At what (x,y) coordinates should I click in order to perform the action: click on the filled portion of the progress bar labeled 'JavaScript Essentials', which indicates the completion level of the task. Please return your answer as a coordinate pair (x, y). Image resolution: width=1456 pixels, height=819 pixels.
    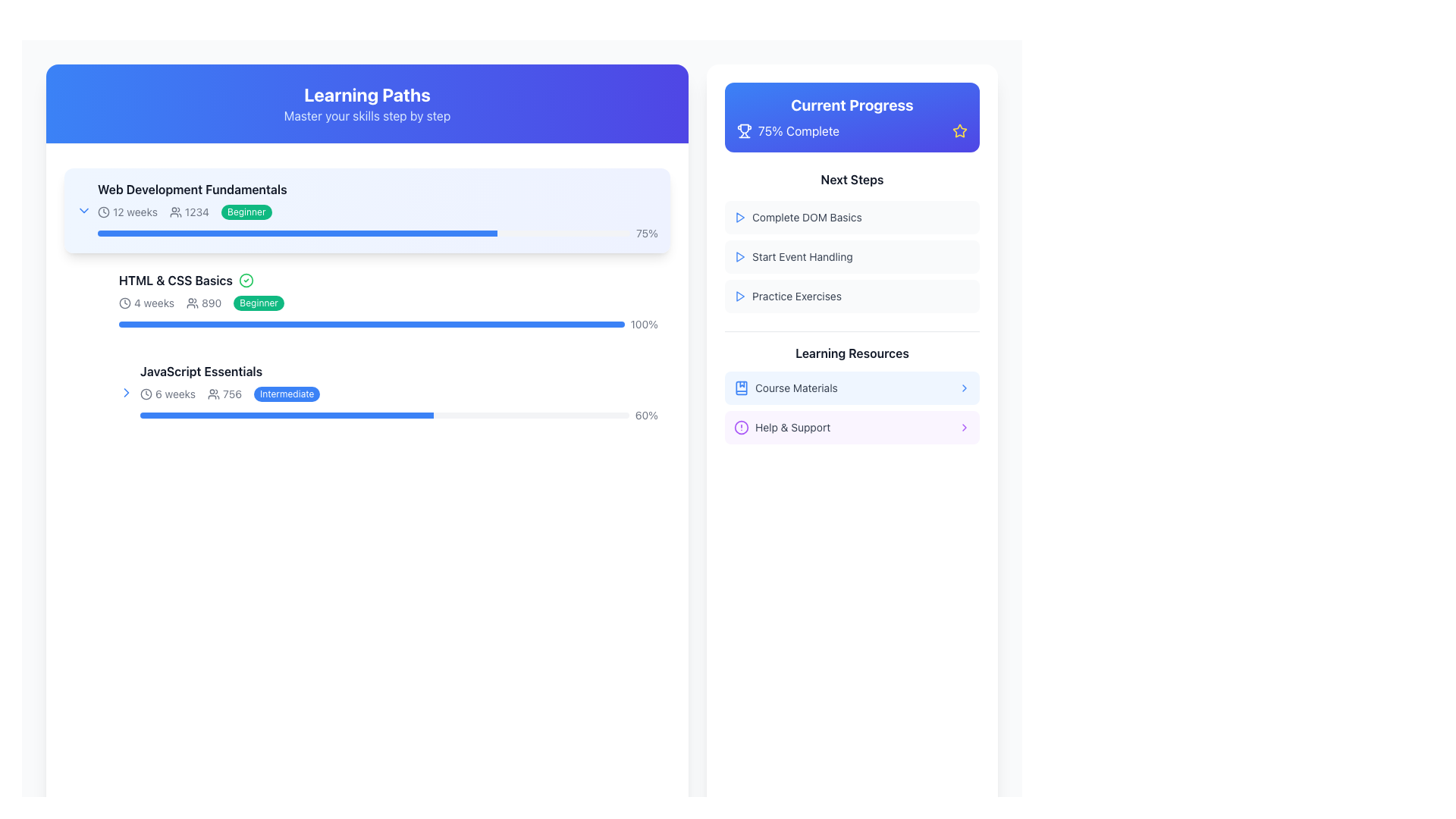
    Looking at the image, I should click on (287, 415).